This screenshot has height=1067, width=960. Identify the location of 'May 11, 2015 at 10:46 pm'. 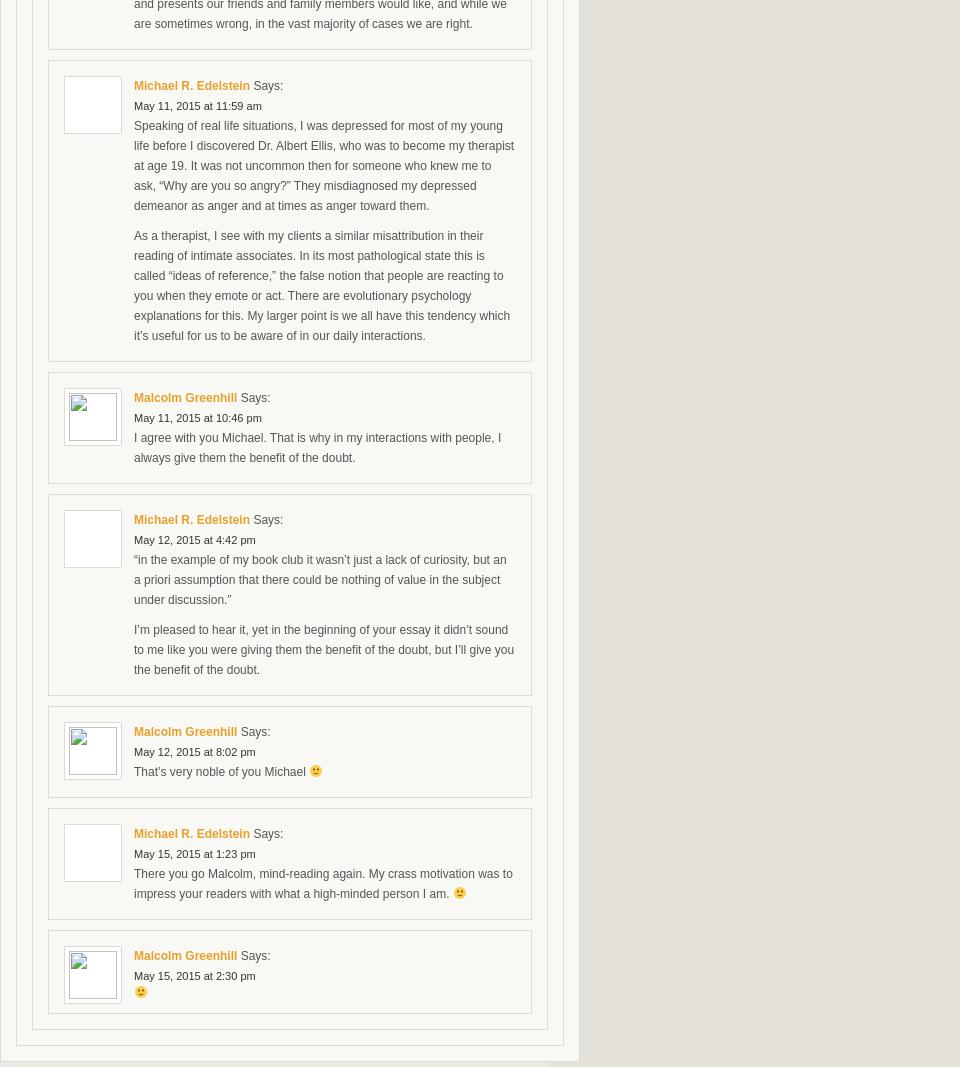
(197, 417).